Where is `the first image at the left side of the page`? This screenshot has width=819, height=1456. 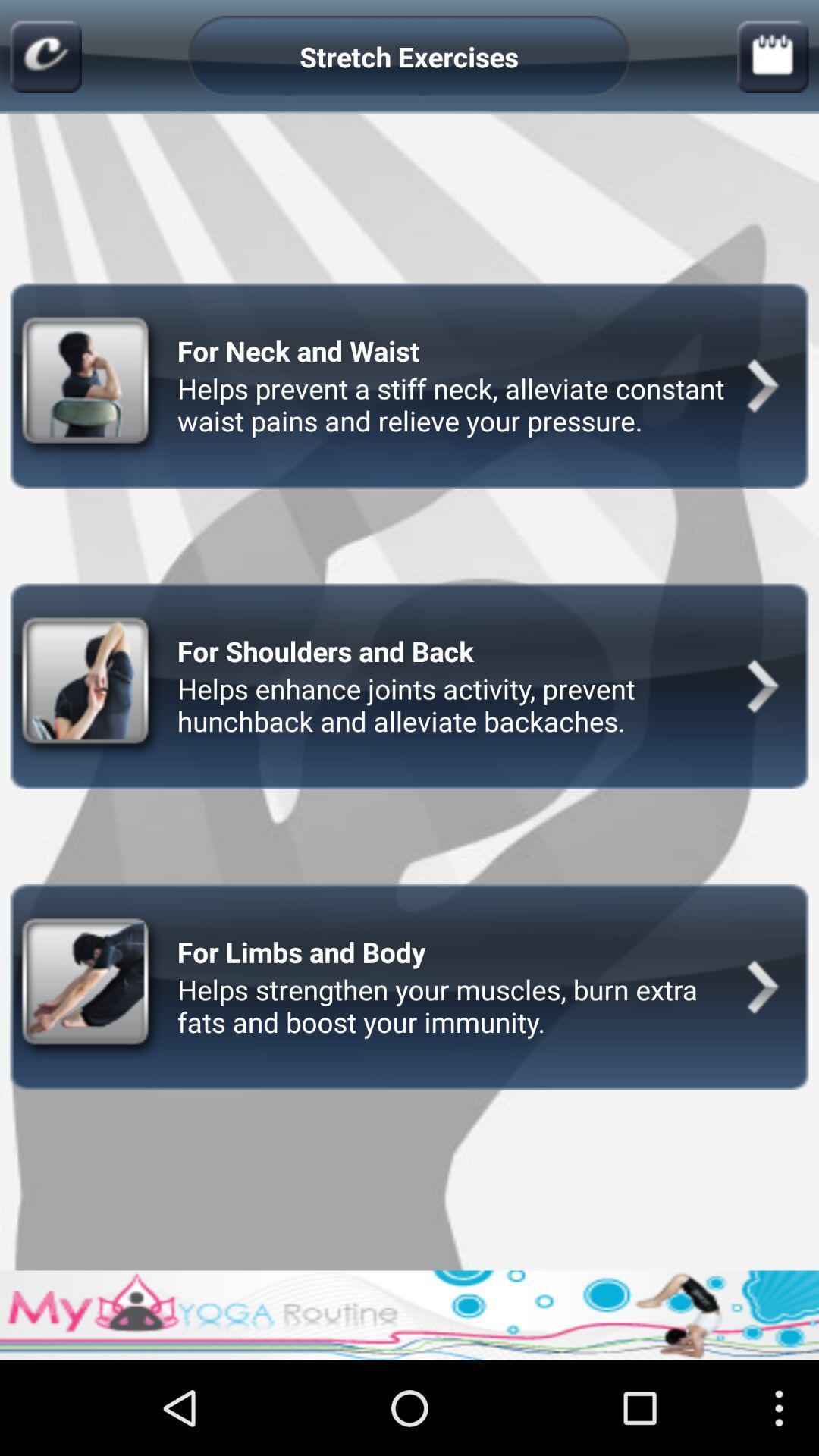
the first image at the left side of the page is located at coordinates (89, 385).